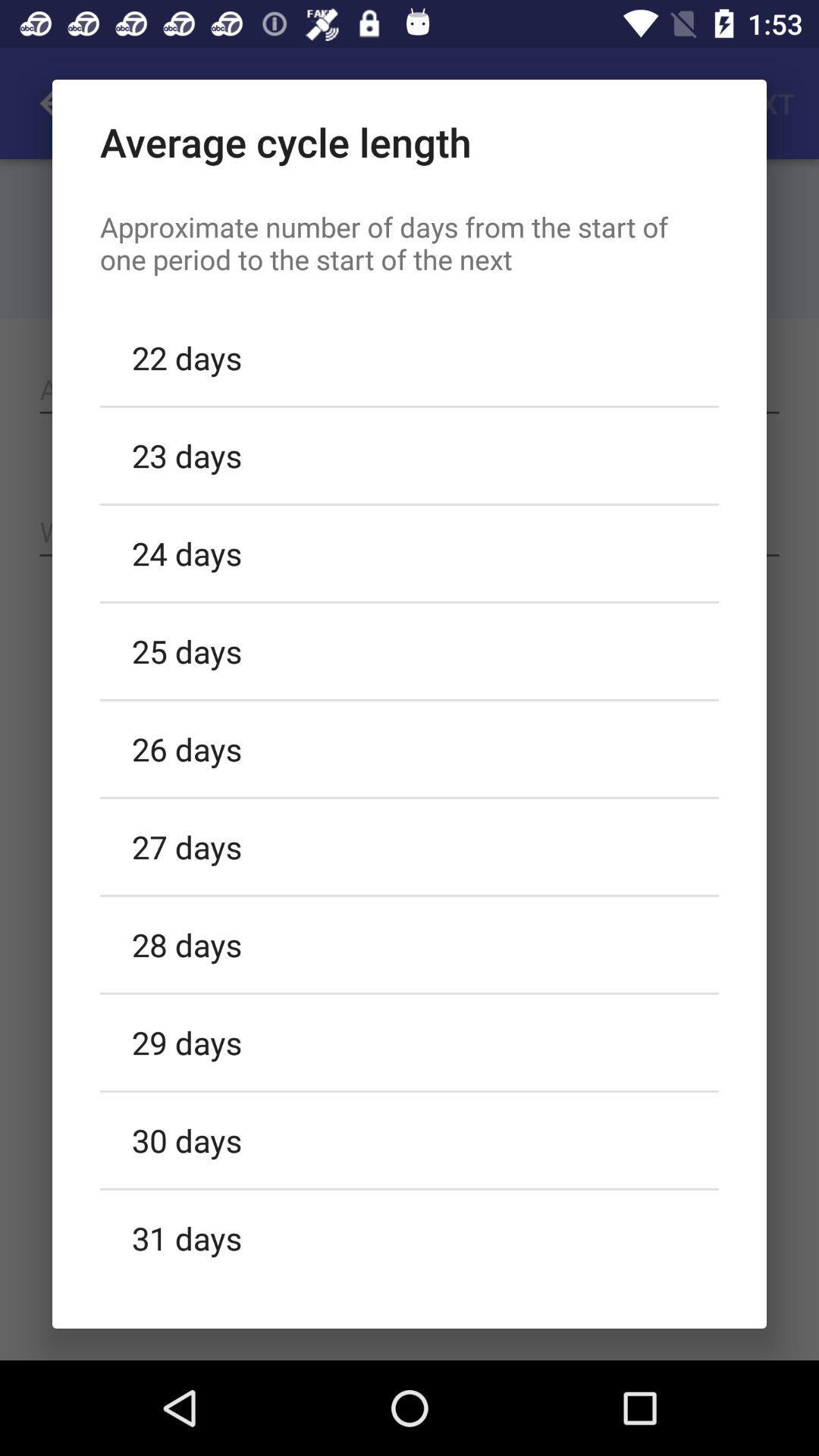  Describe the element at coordinates (409, 651) in the screenshot. I see `icon above the 26 days icon` at that location.